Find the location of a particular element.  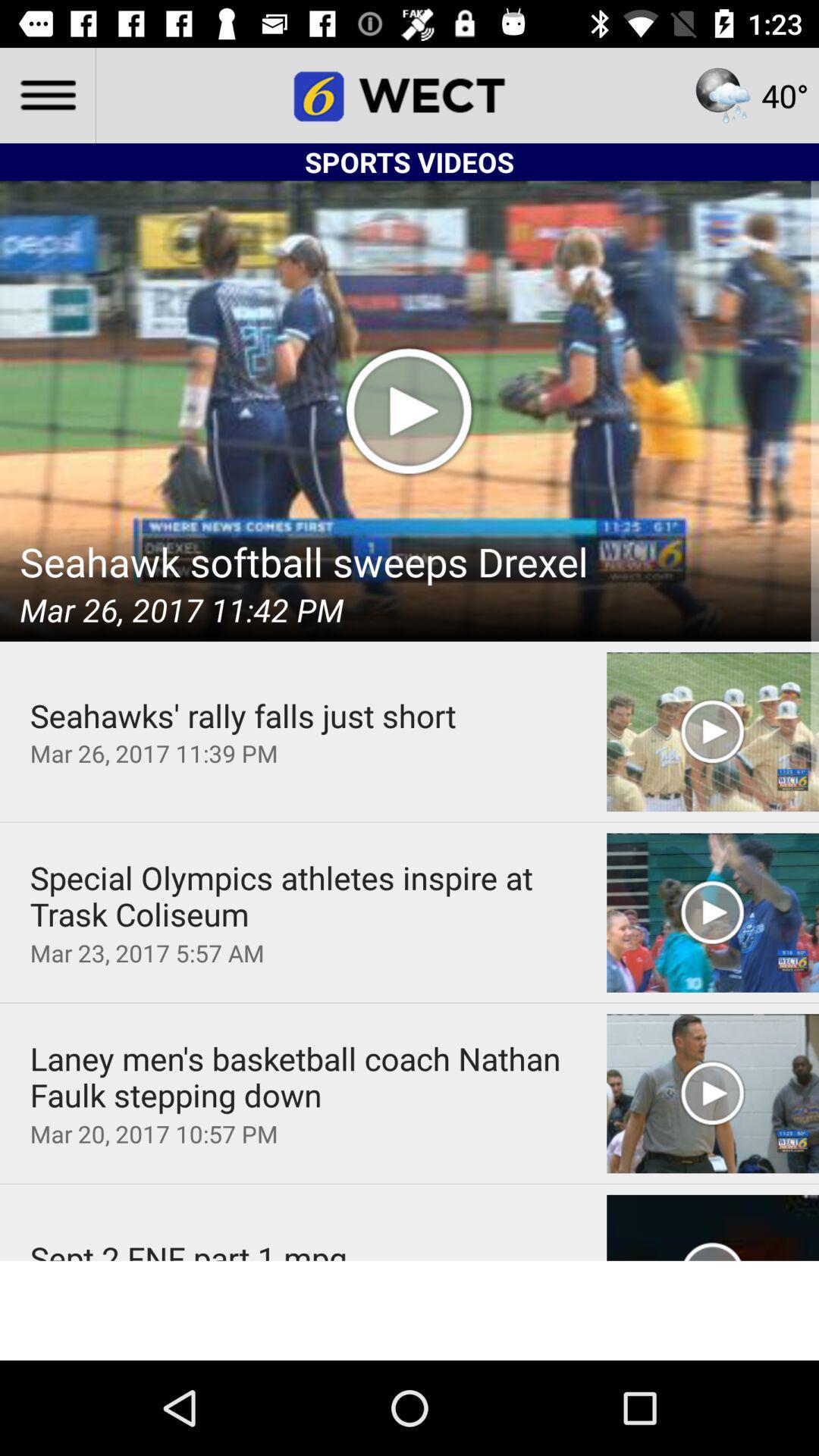

the menu icon is located at coordinates (46, 94).